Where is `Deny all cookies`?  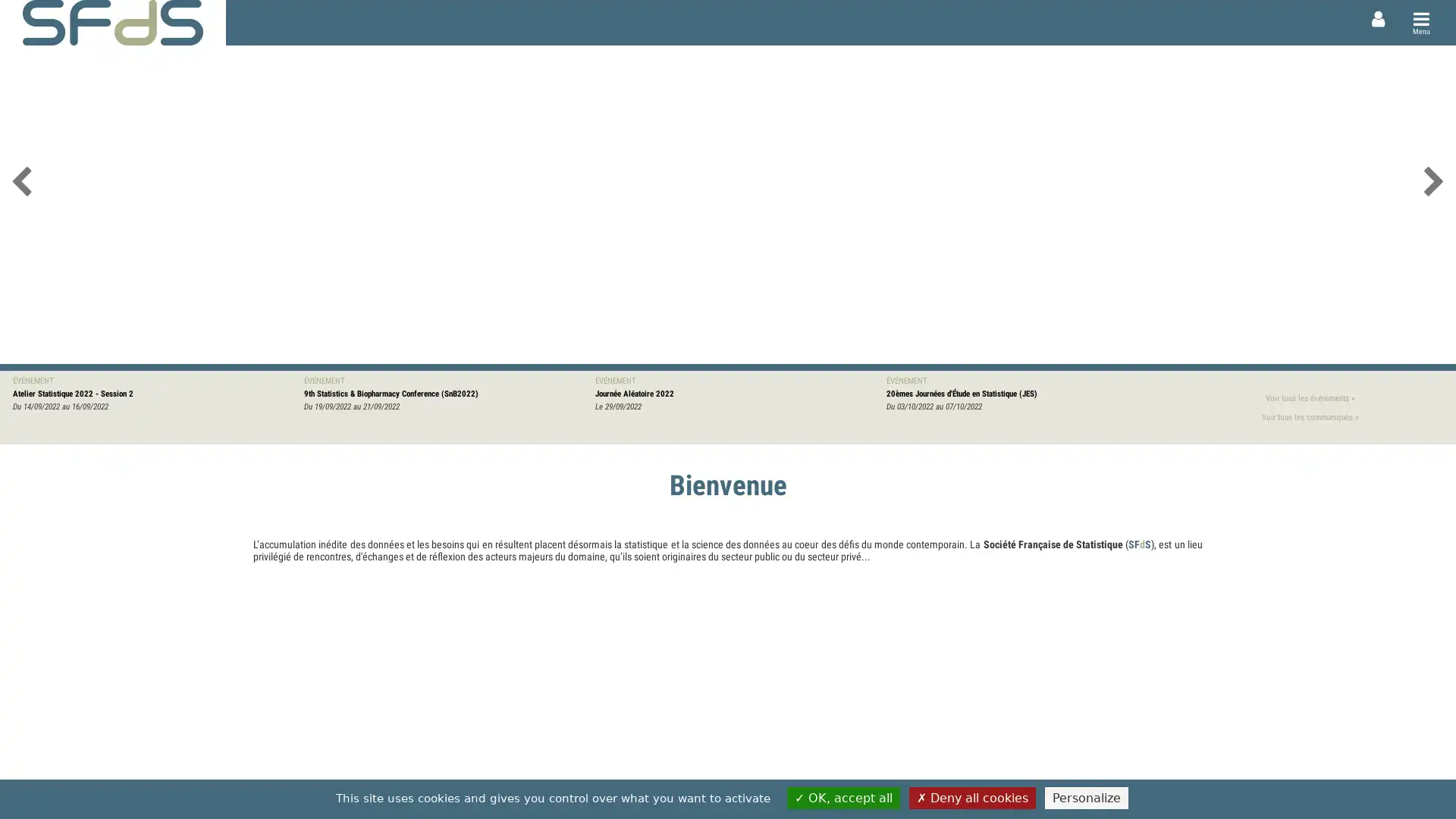 Deny all cookies is located at coordinates (971, 797).